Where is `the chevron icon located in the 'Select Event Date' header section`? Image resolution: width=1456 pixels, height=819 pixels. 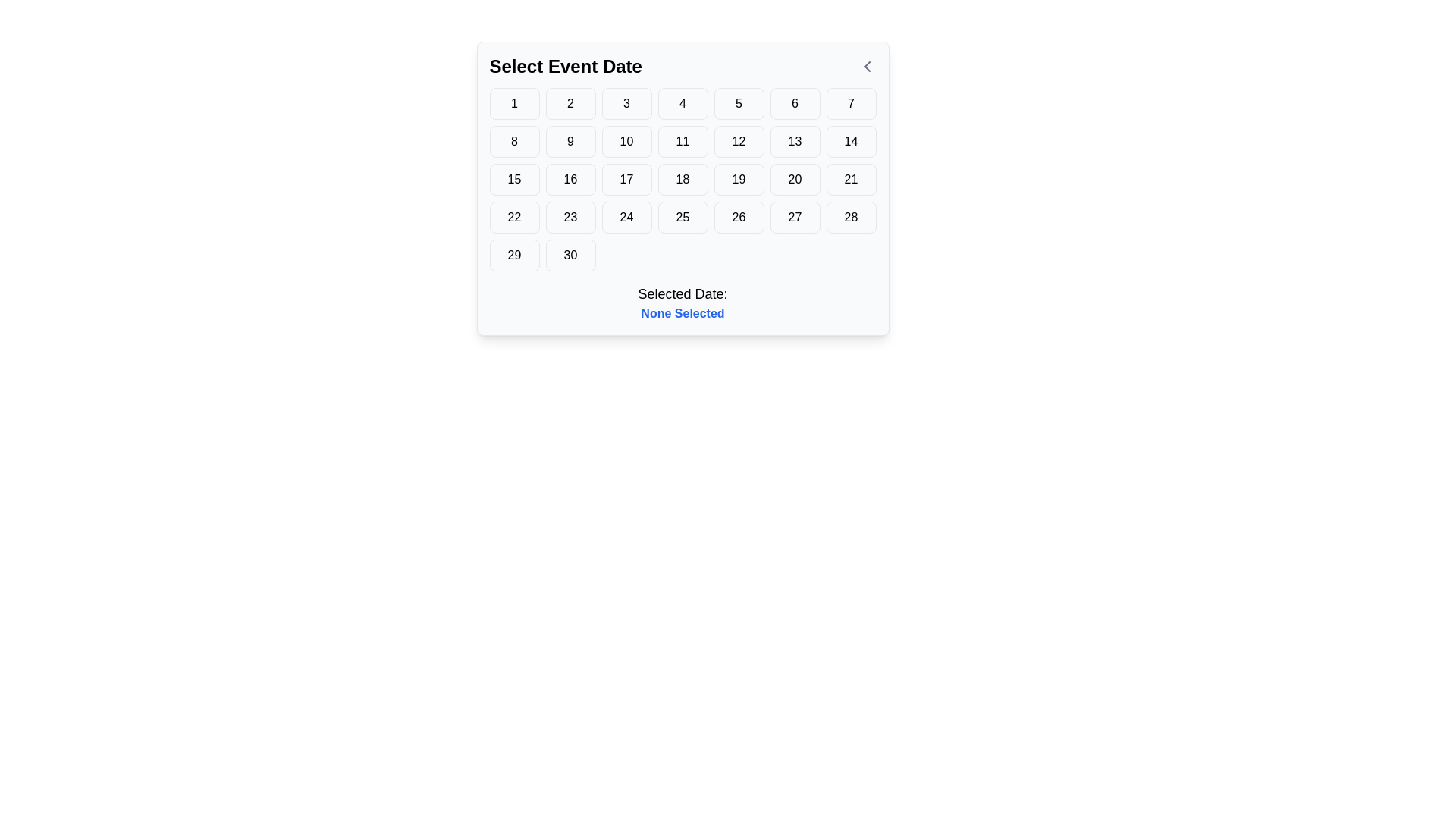
the chevron icon located in the 'Select Event Date' header section is located at coordinates (867, 66).